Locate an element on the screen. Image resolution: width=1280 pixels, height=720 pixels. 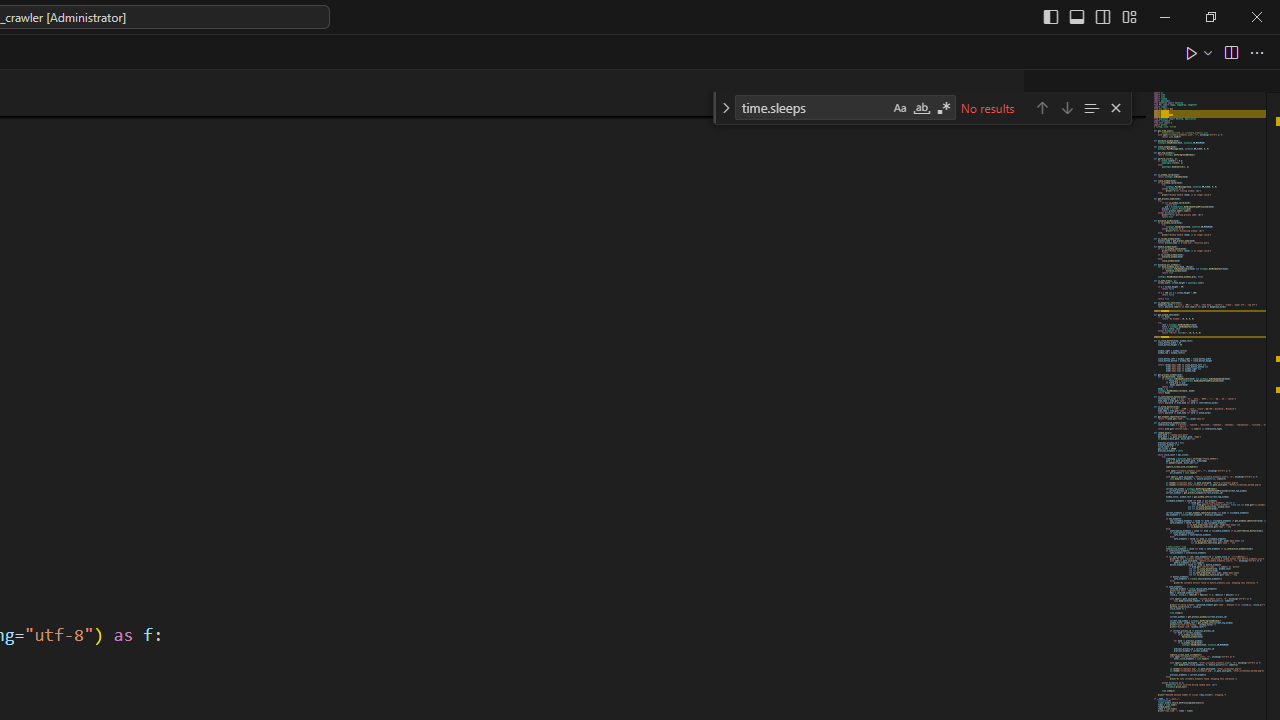
'Close (Escape)' is located at coordinates (1114, 108).